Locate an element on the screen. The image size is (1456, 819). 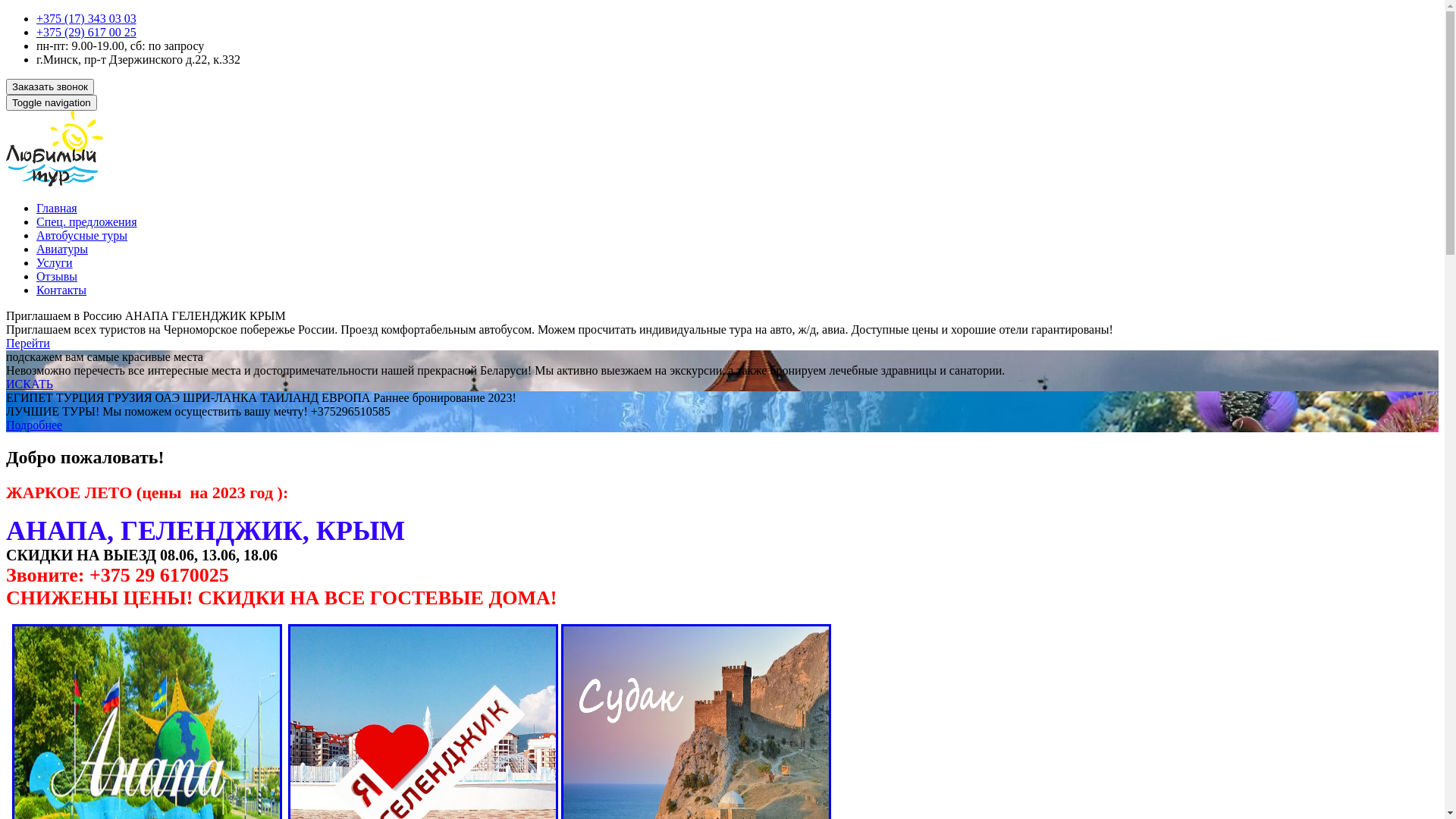
'Toggle navigation' is located at coordinates (51, 102).